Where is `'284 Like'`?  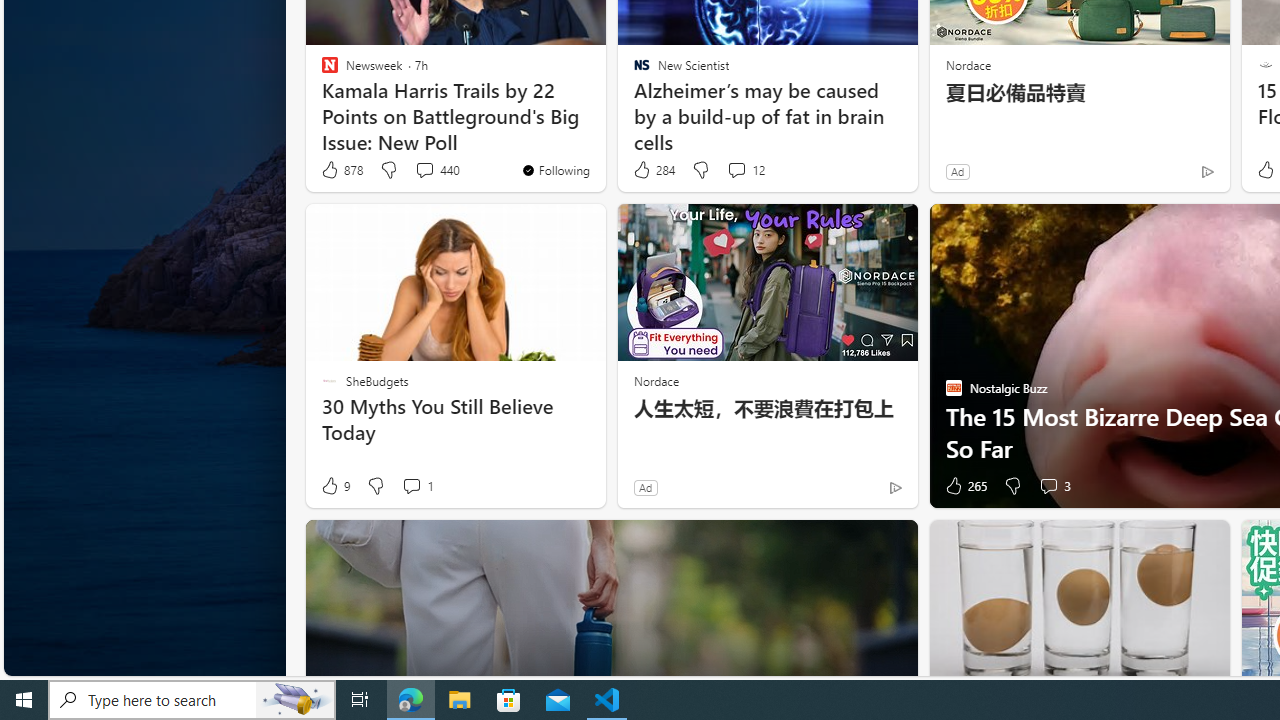
'284 Like' is located at coordinates (653, 169).